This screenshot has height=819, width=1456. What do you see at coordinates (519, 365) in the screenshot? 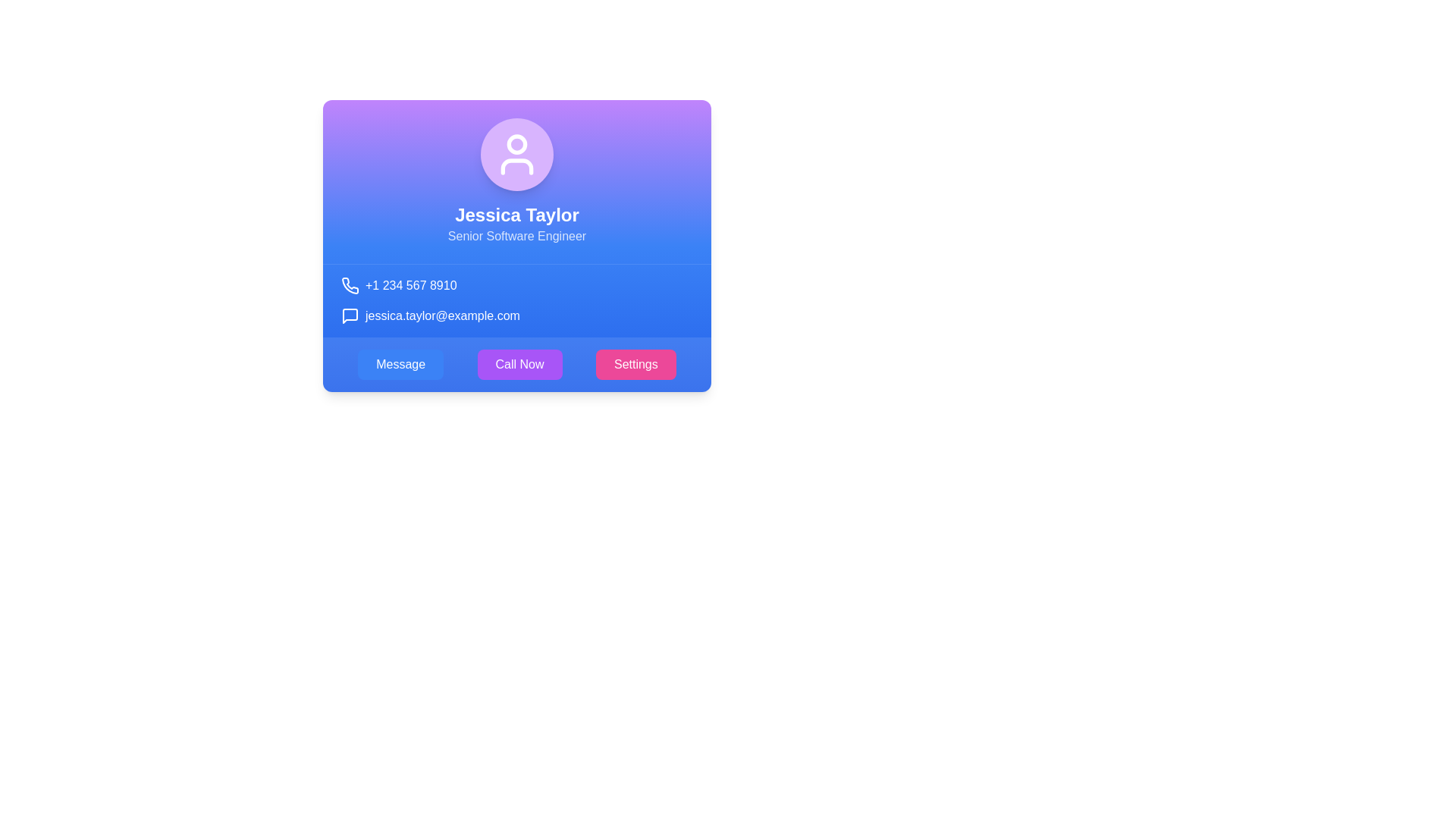
I see `the call button located at the bottom of the profile card to initiate a call to the individual featured in the profile card` at bounding box center [519, 365].